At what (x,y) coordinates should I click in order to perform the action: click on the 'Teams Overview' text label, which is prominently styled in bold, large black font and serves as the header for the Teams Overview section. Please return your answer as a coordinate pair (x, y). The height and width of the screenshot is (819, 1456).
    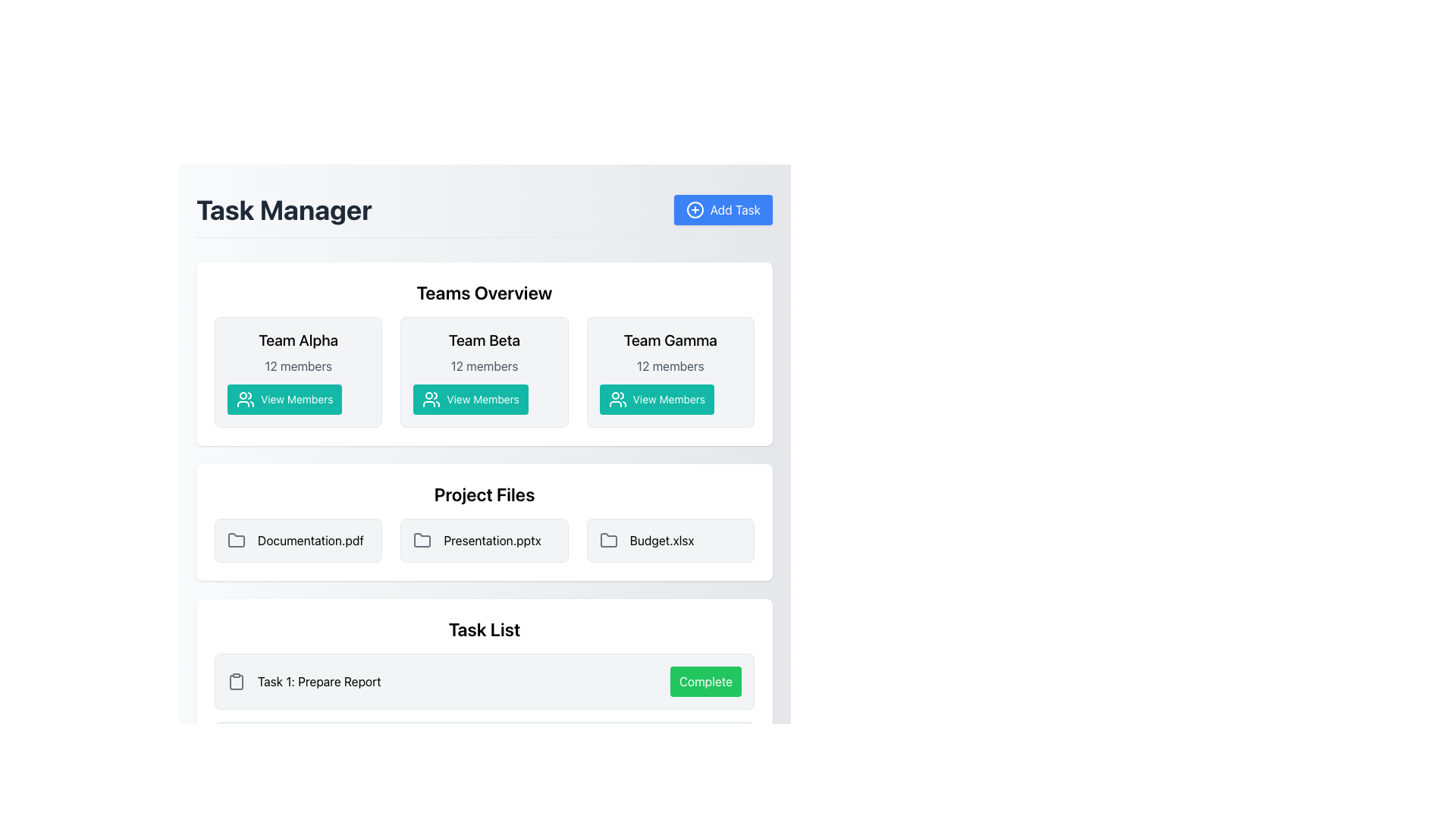
    Looking at the image, I should click on (483, 292).